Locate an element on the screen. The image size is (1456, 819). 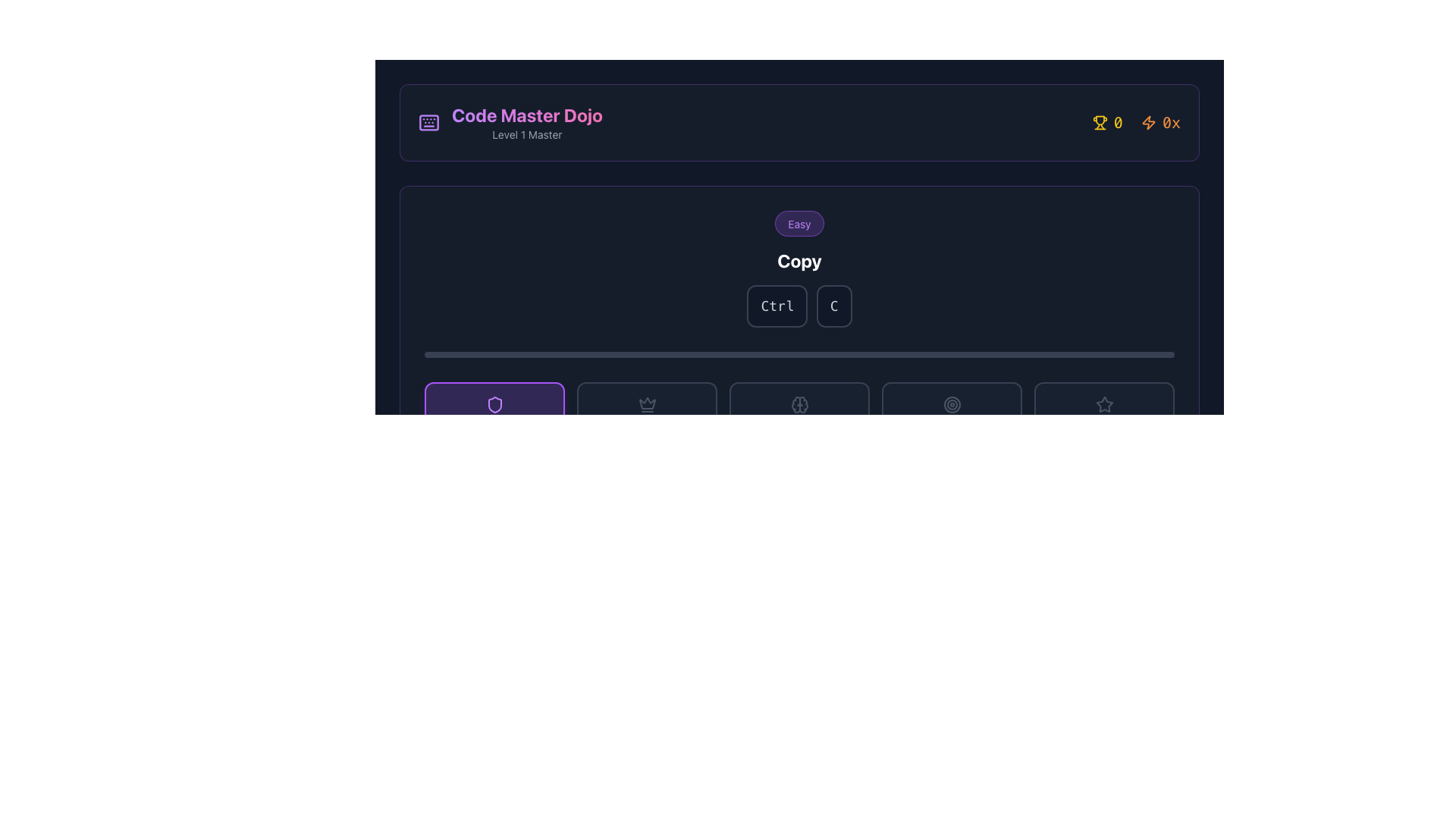
the button labeled 'C', which represents a keyboard shortcut and is located to the right of the 'Ctrl' button is located at coordinates (833, 306).